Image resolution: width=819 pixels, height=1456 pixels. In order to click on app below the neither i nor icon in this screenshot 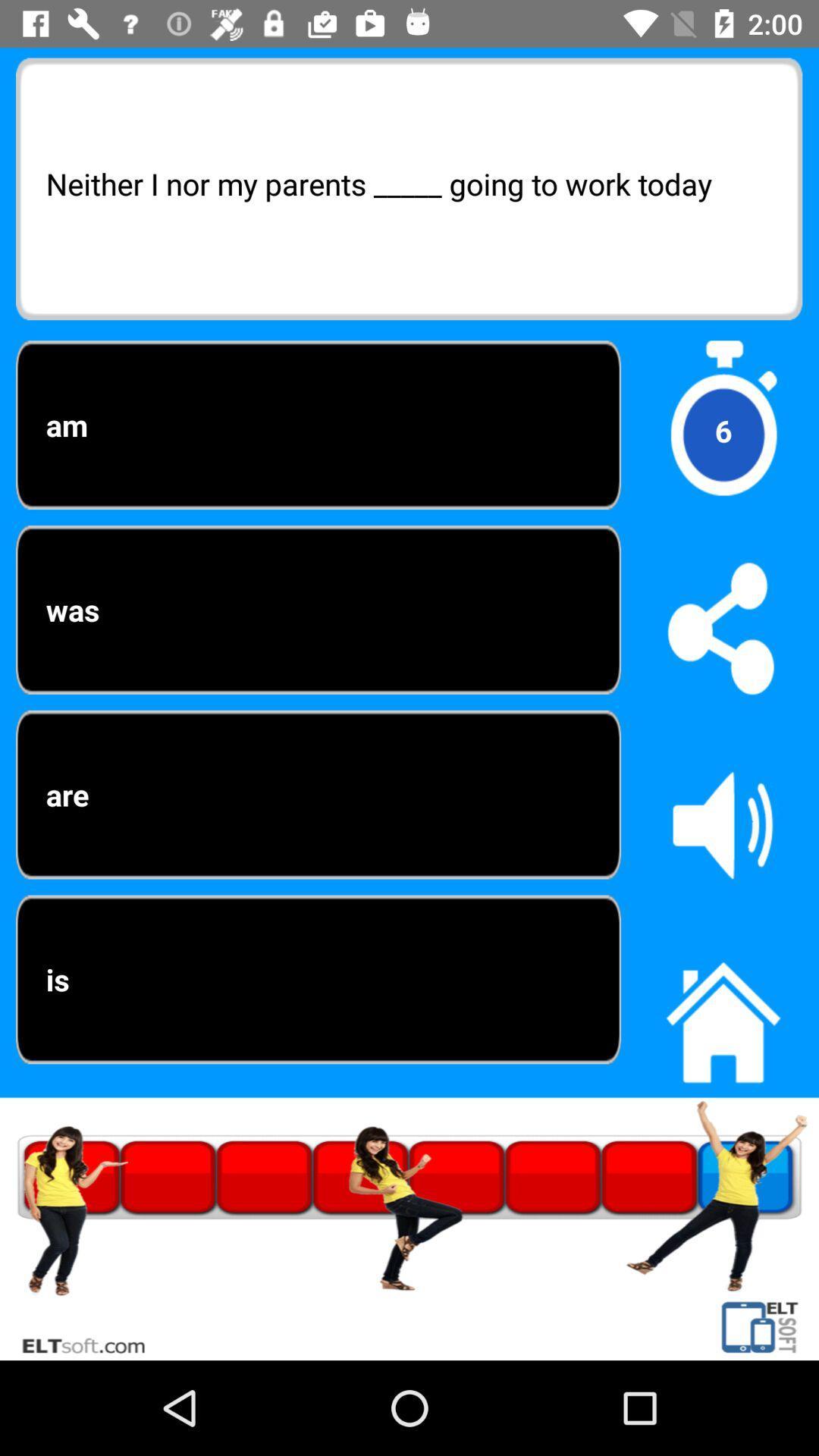, I will do `click(722, 430)`.